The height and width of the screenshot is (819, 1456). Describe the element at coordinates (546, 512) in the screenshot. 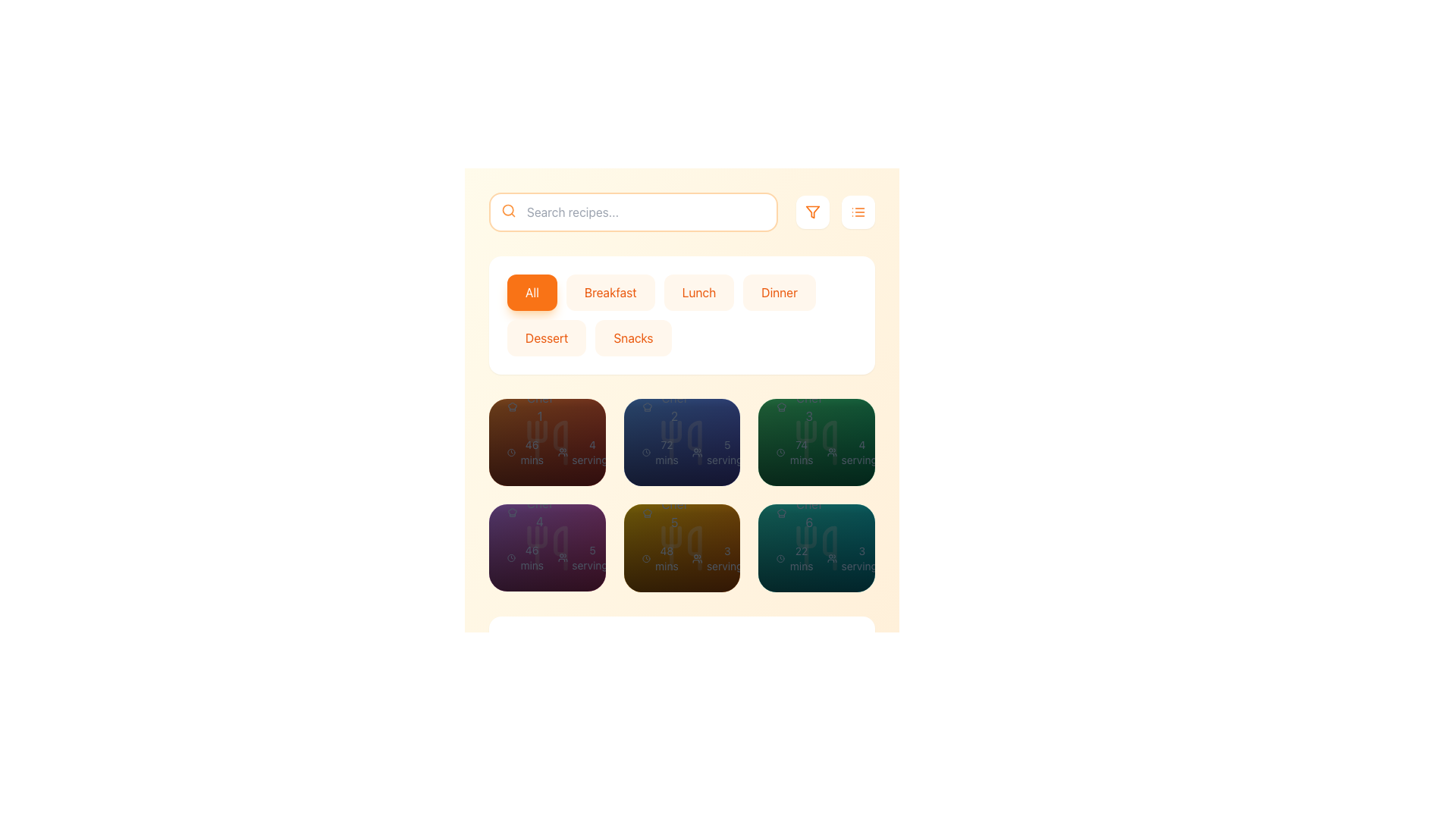

I see `the informational panel at the bottom of the second card in the recipe browsing interface, which displays the recipe details including title, chef name, rating, preparation time, servings, and difficulty level` at that location.